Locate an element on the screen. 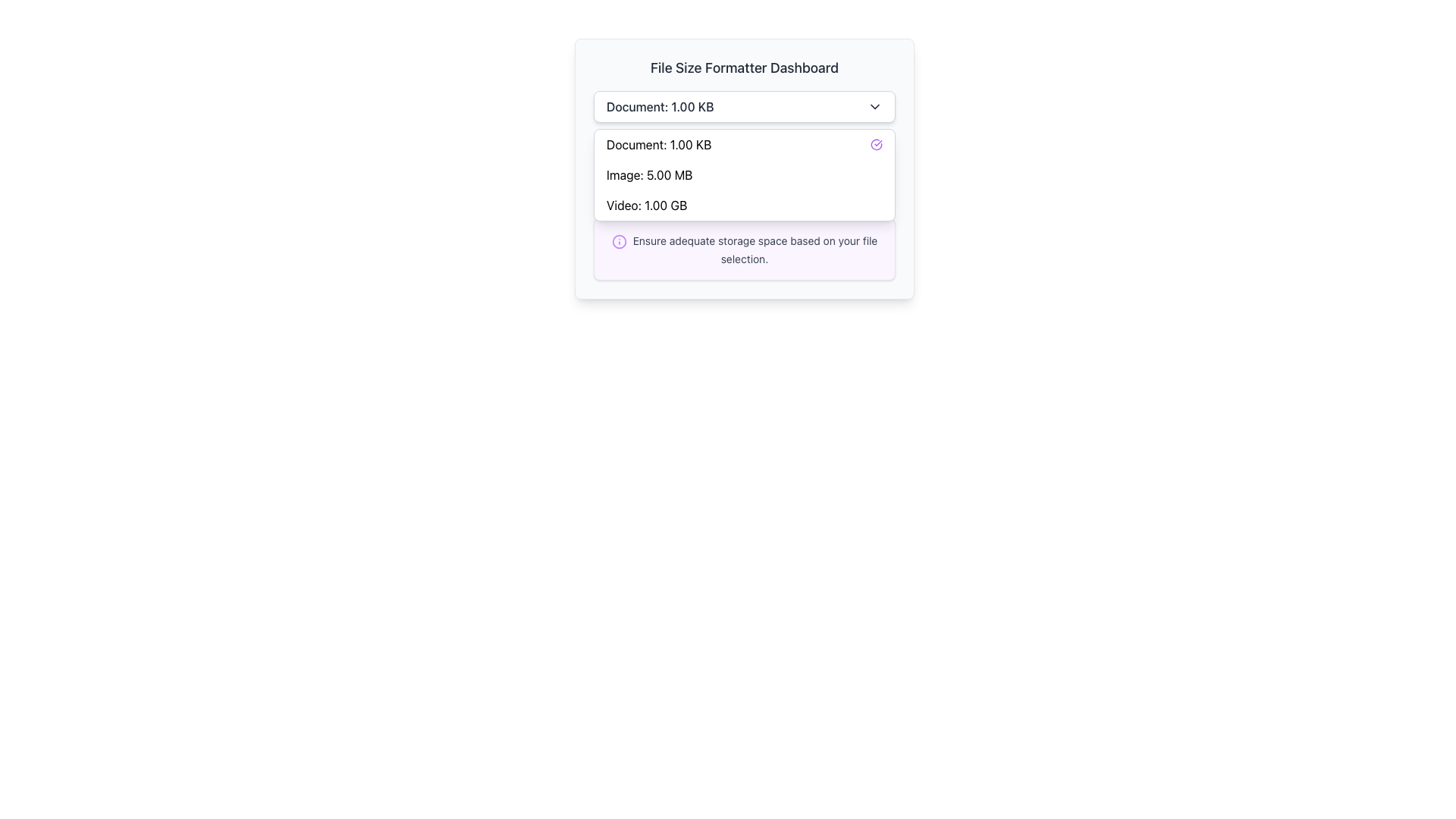 The image size is (1456, 819). the first item in the dropdown menu representing a document-type file of size 1.00 KB is located at coordinates (745, 145).